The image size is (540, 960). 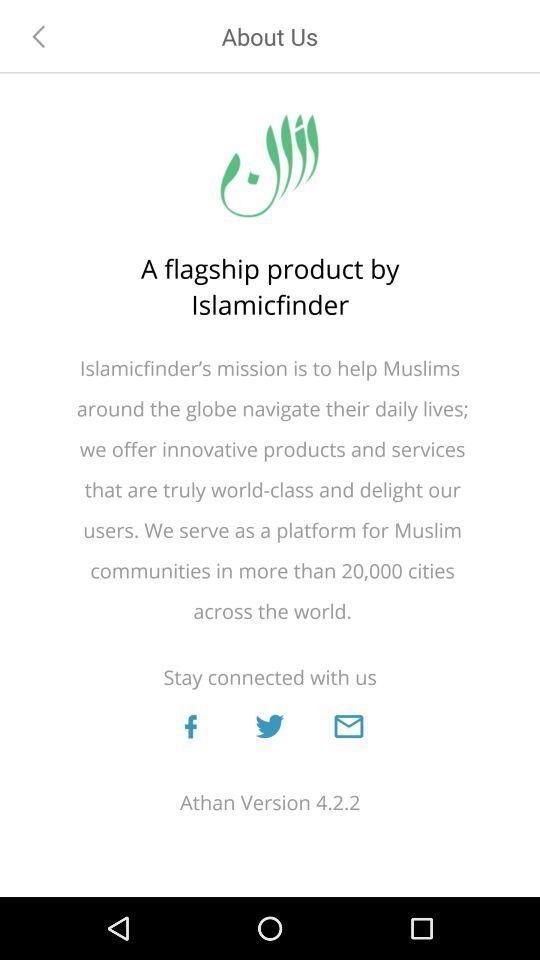 I want to click on the twitter icon, so click(x=269, y=725).